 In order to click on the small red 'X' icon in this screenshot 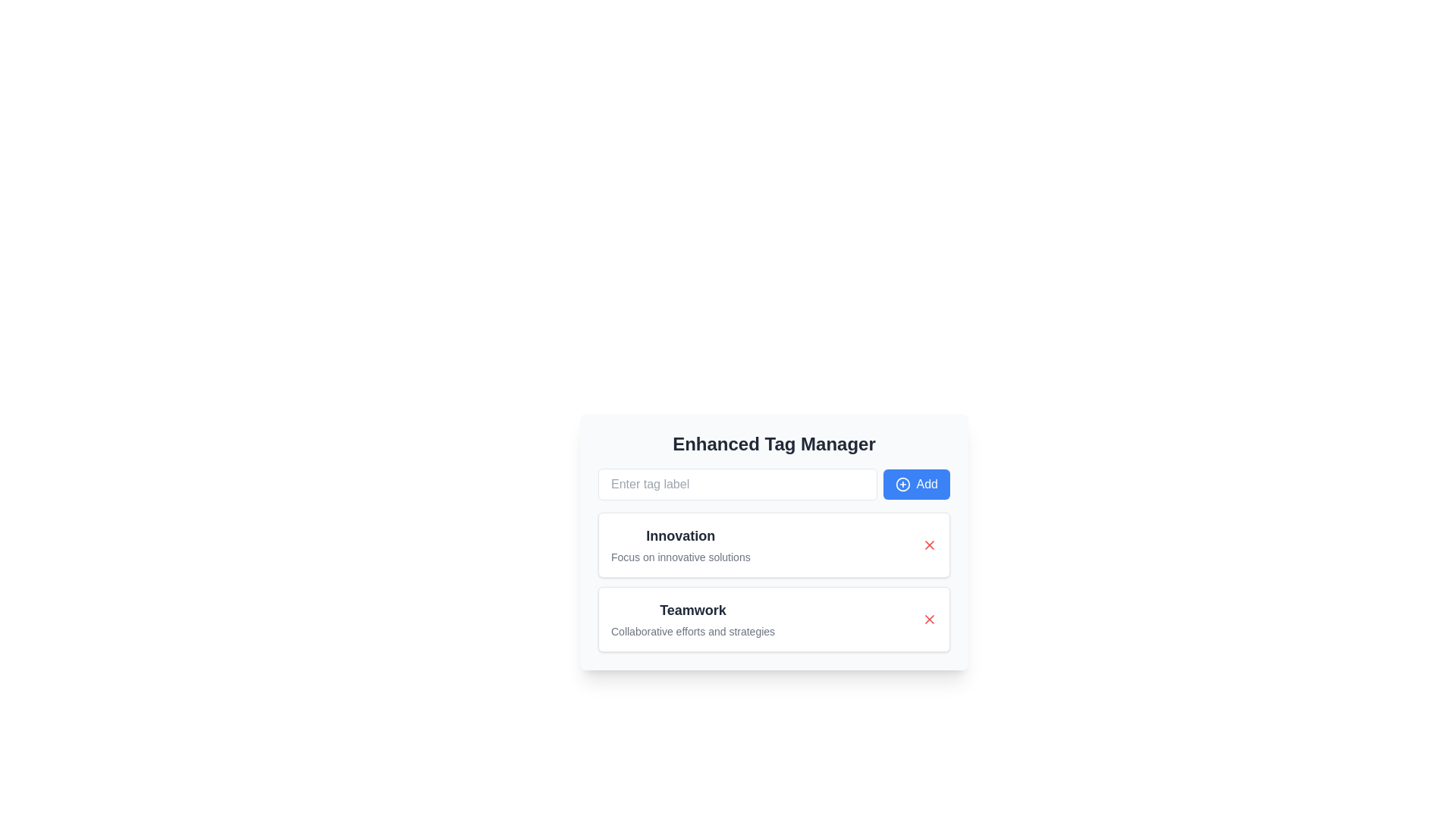, I will do `click(928, 620)`.